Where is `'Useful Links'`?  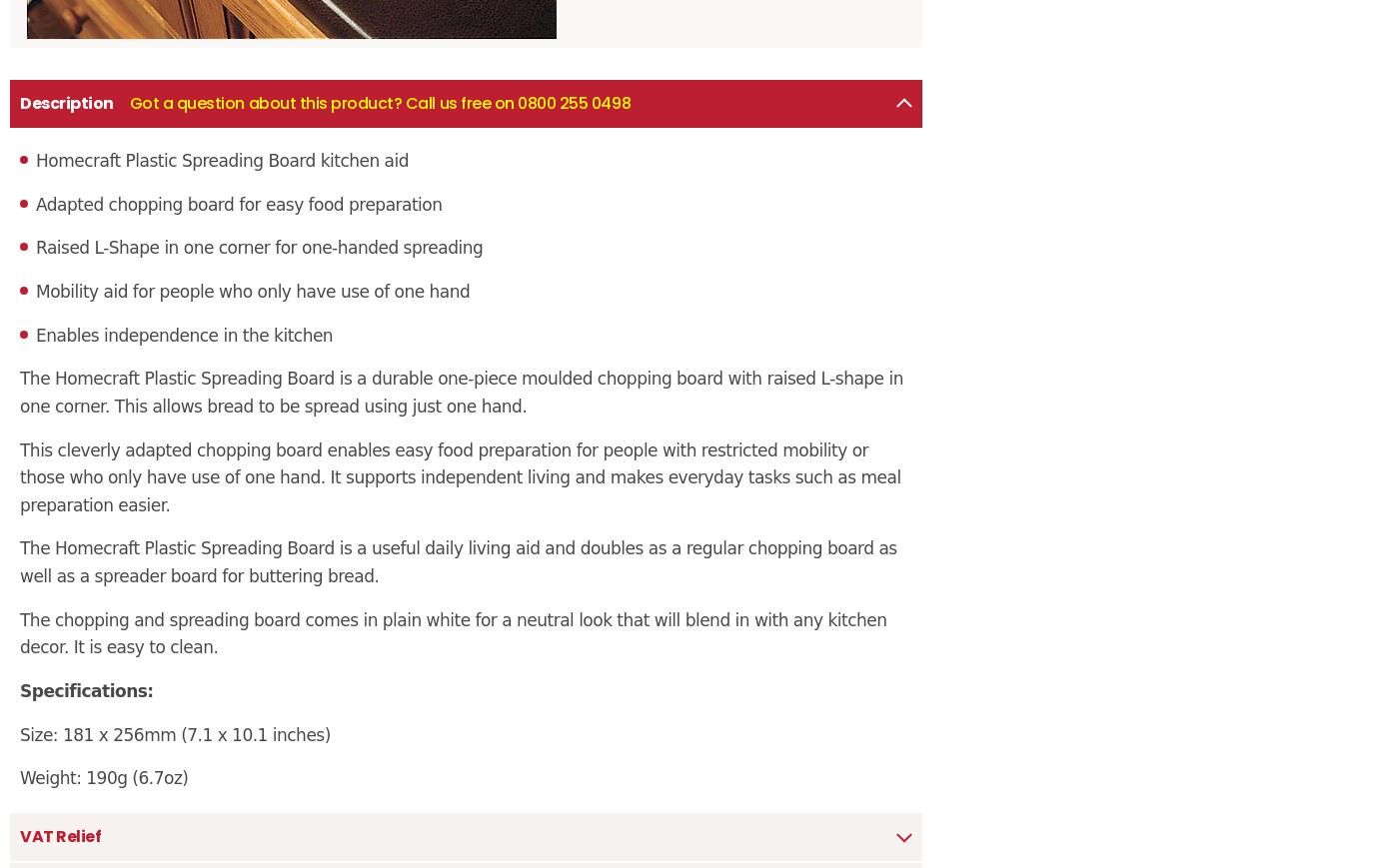 'Useful Links' is located at coordinates (609, 347).